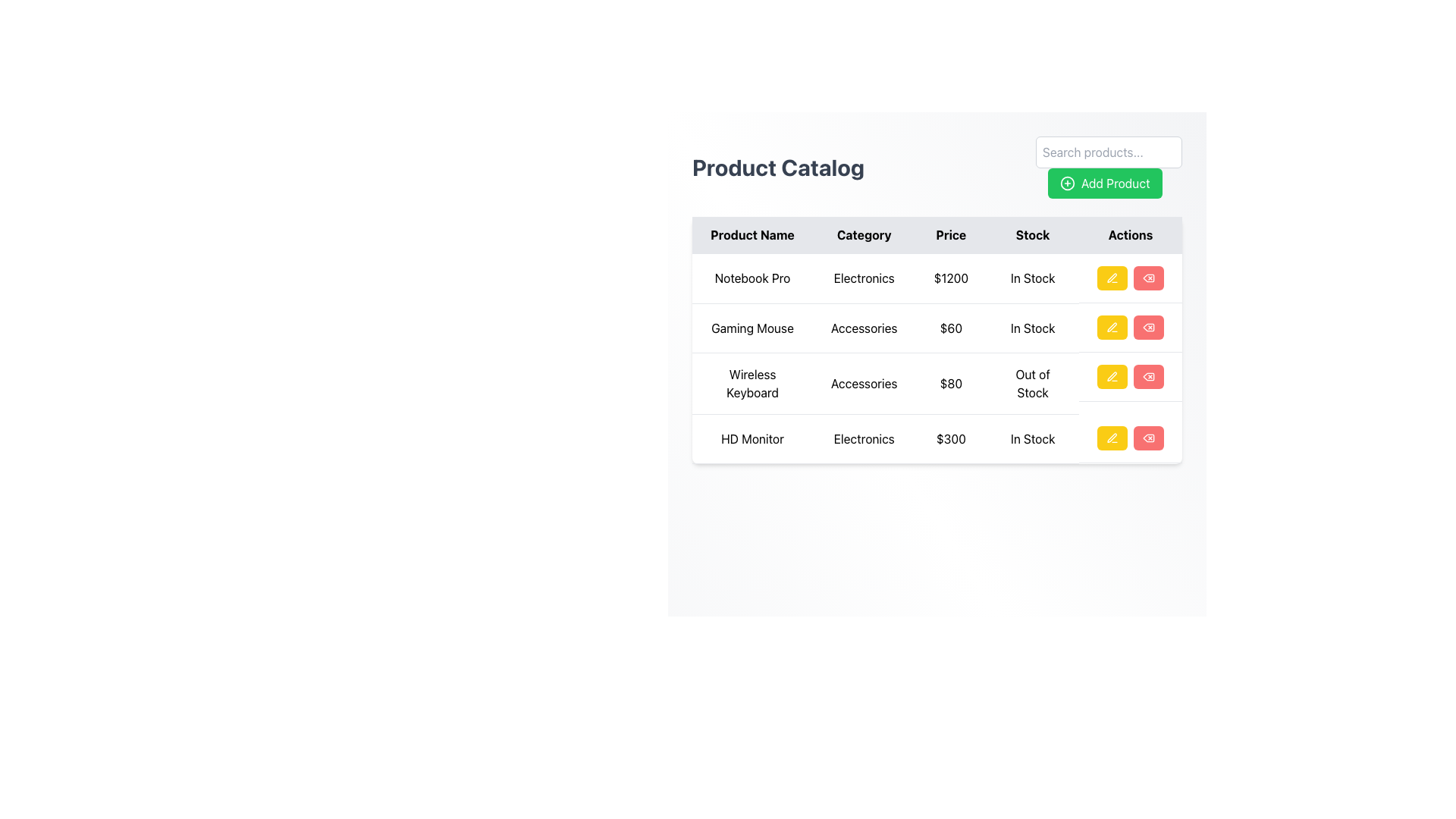 The width and height of the screenshot is (1456, 819). What do you see at coordinates (1112, 376) in the screenshot?
I see `the yellow button with rounded corners and a white pen icon in the 'Actions' column of the third row, adjacent to 'Wireless Keyboard'` at bounding box center [1112, 376].